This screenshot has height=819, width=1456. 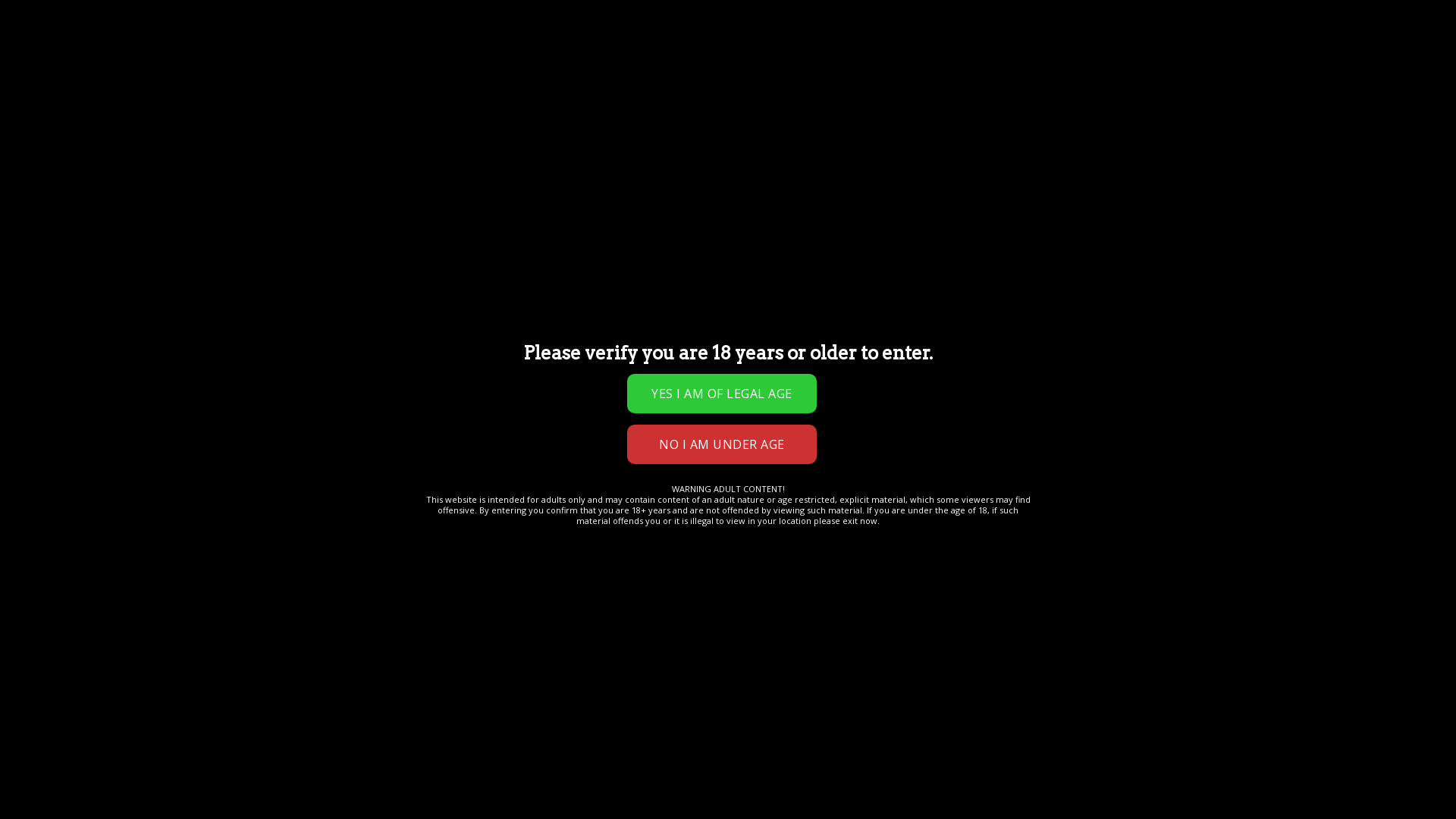 I want to click on 'EXTRACTION', so click(x=197, y=84).